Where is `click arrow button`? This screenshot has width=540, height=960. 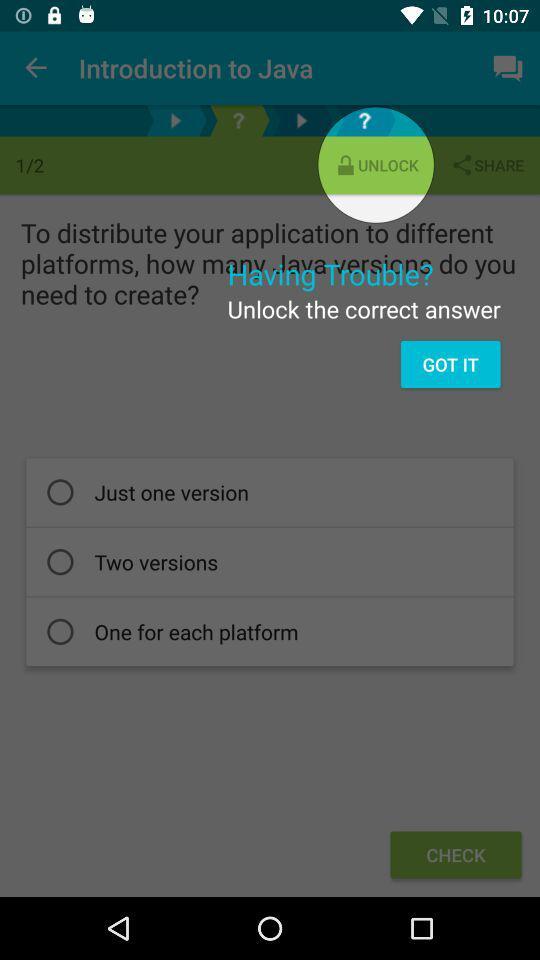 click arrow button is located at coordinates (175, 120).